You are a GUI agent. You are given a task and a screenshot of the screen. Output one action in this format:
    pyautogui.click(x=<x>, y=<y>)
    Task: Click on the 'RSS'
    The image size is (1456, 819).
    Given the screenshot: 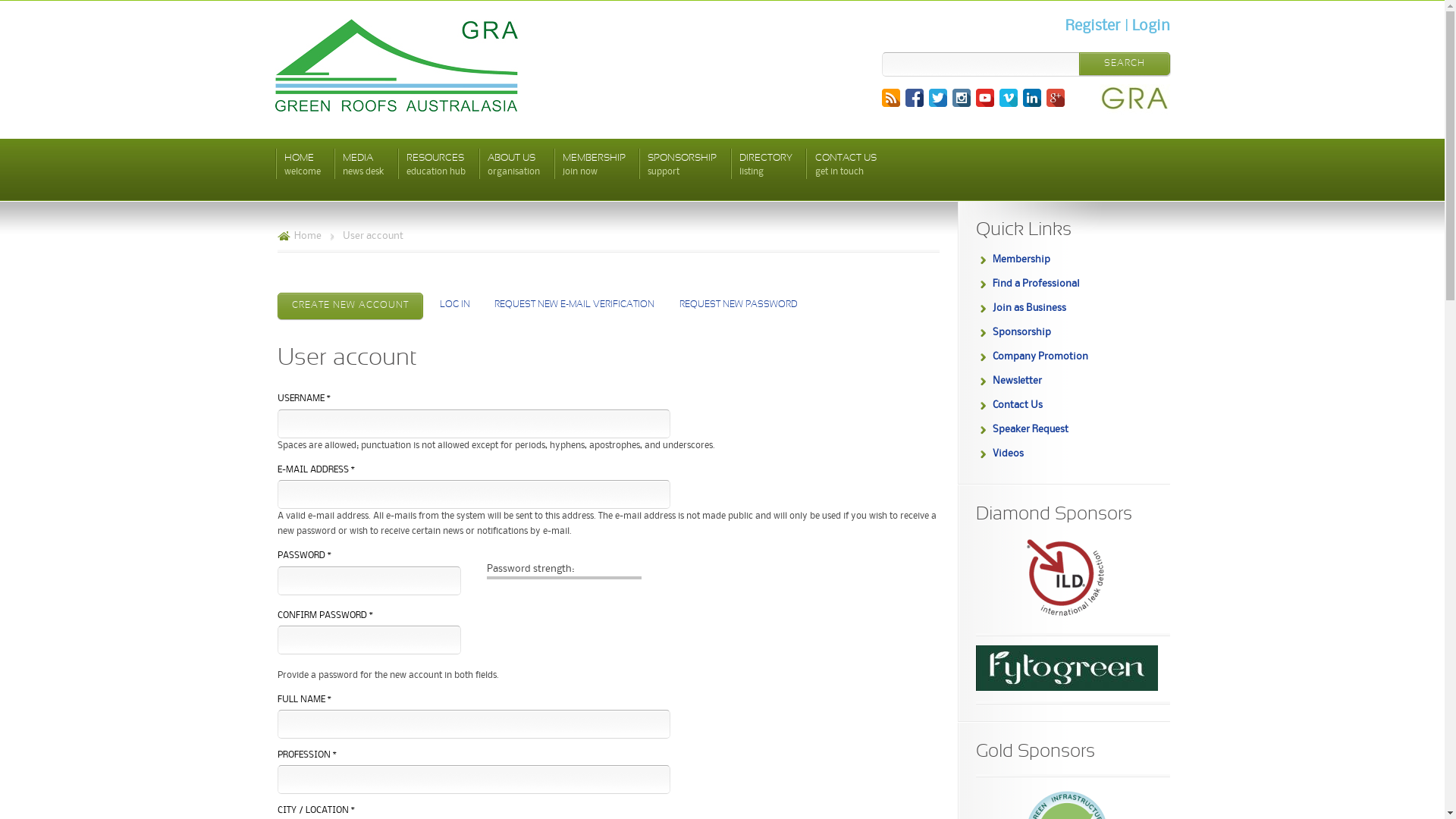 What is the action you would take?
    pyautogui.click(x=880, y=99)
    